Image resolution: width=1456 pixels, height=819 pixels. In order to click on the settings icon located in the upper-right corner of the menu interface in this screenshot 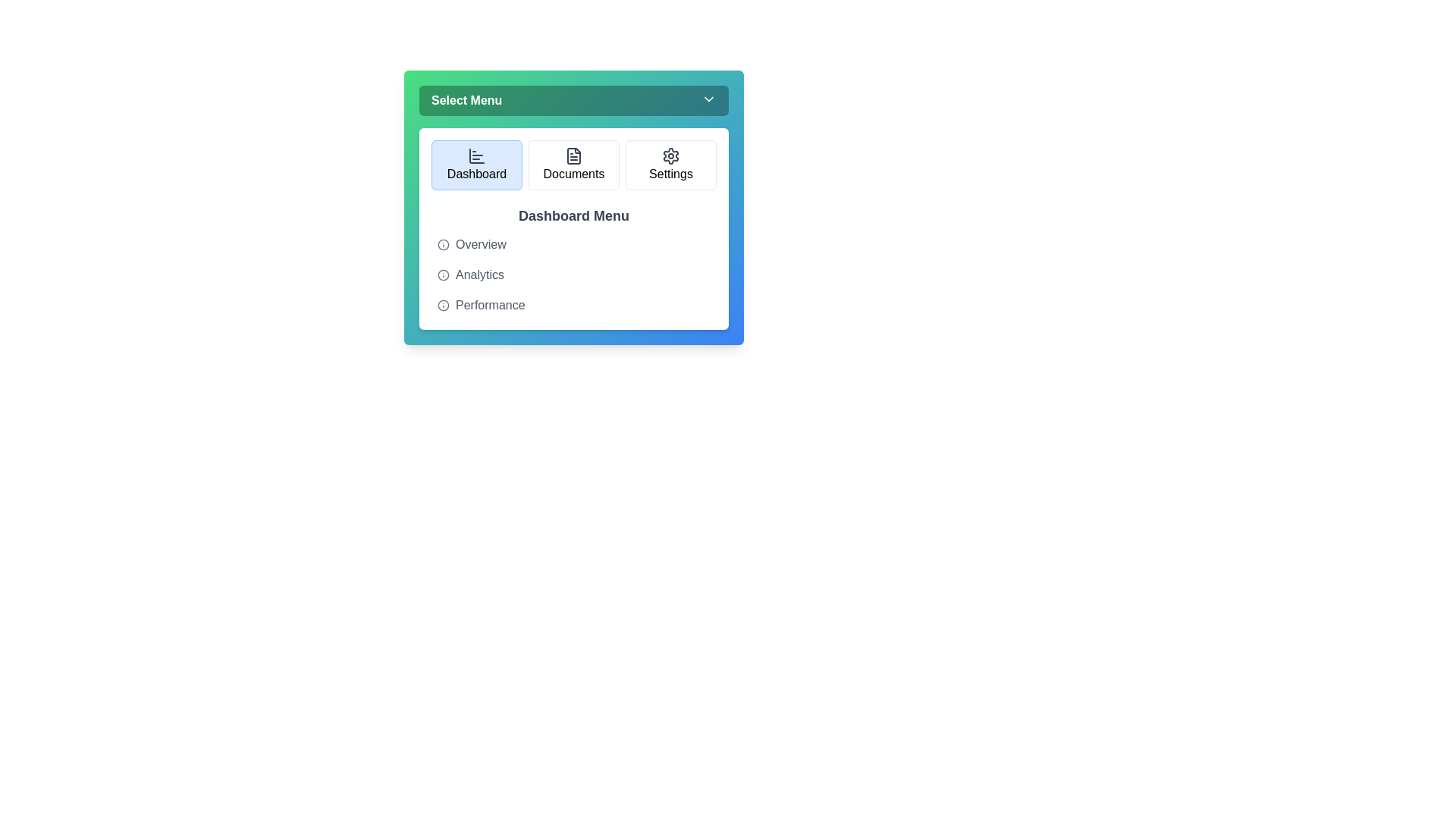, I will do `click(670, 155)`.